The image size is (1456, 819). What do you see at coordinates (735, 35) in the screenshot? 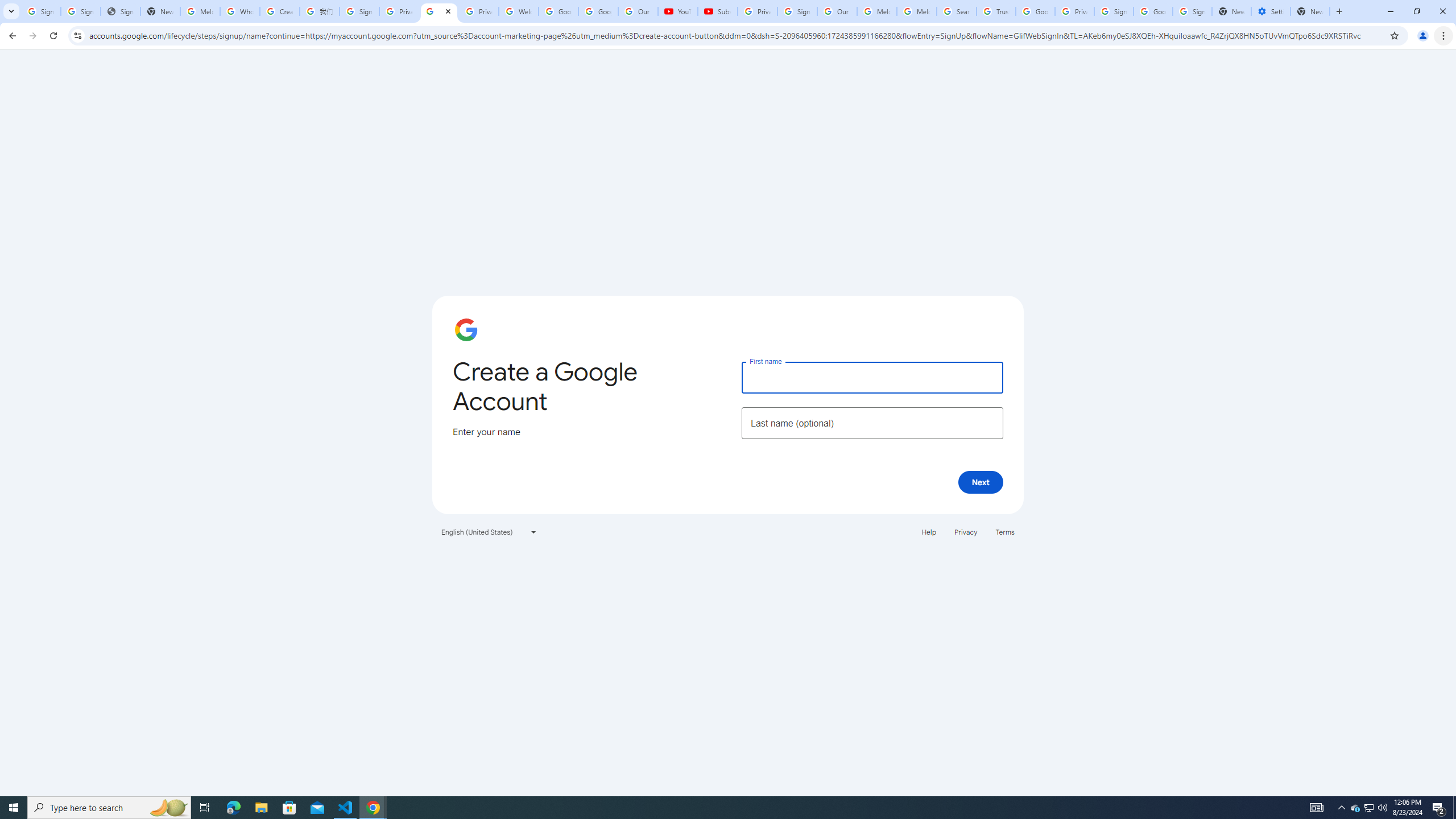
I see `'Address and search bar'` at bounding box center [735, 35].